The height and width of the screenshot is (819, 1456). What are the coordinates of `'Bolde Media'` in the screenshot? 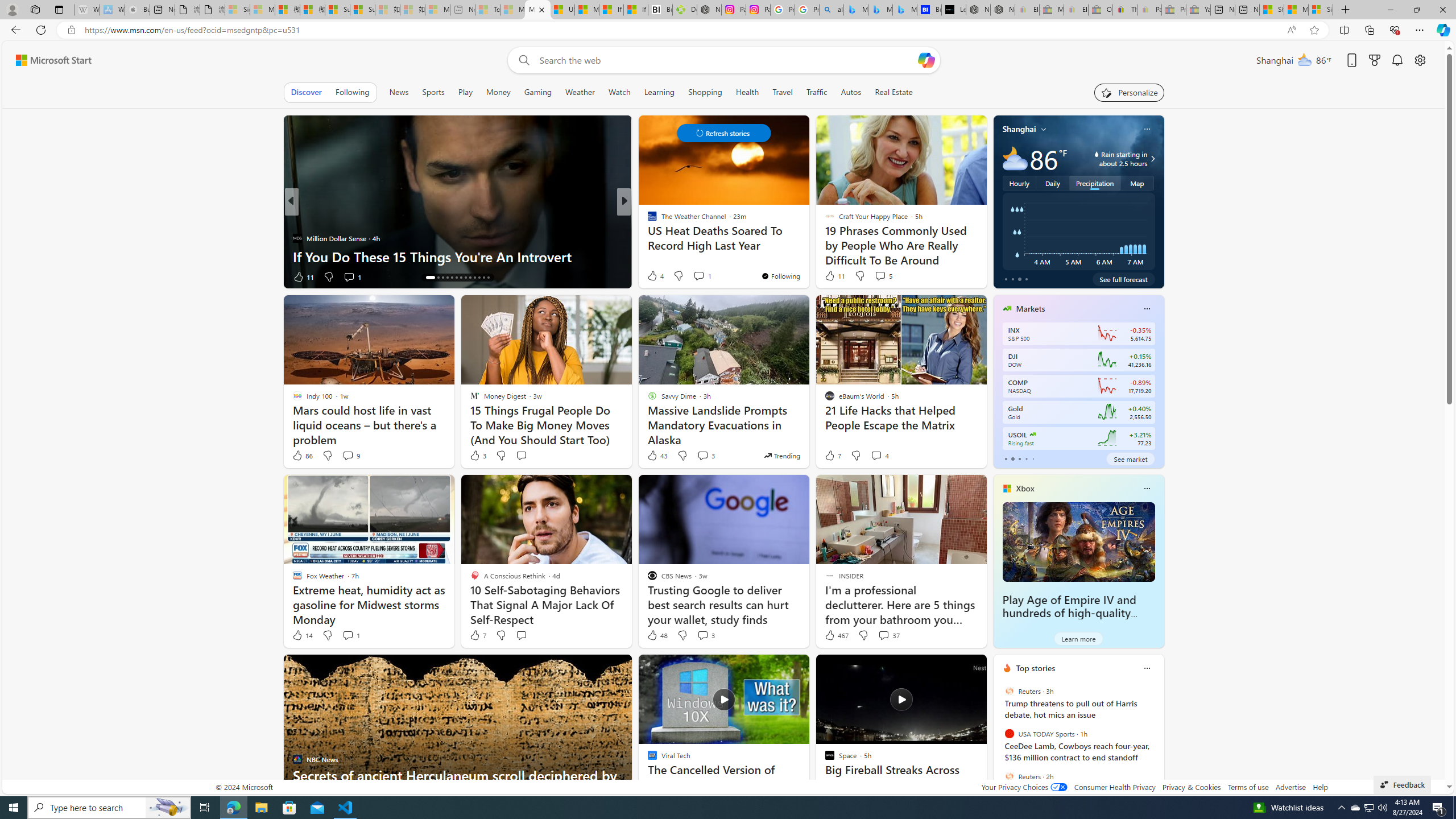 It's located at (647, 220).